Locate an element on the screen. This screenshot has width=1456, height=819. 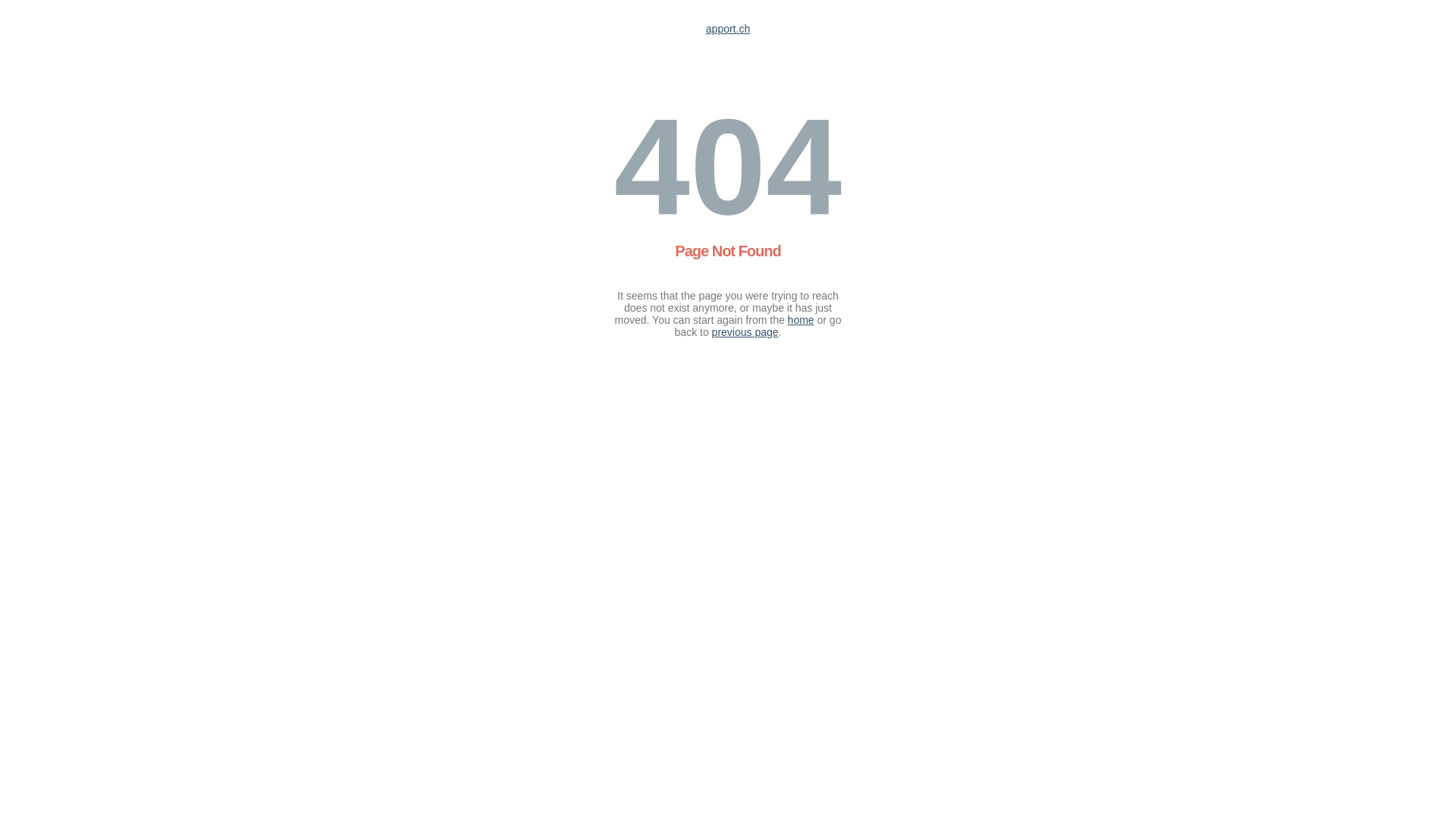
'apport.ch' is located at coordinates (705, 29).